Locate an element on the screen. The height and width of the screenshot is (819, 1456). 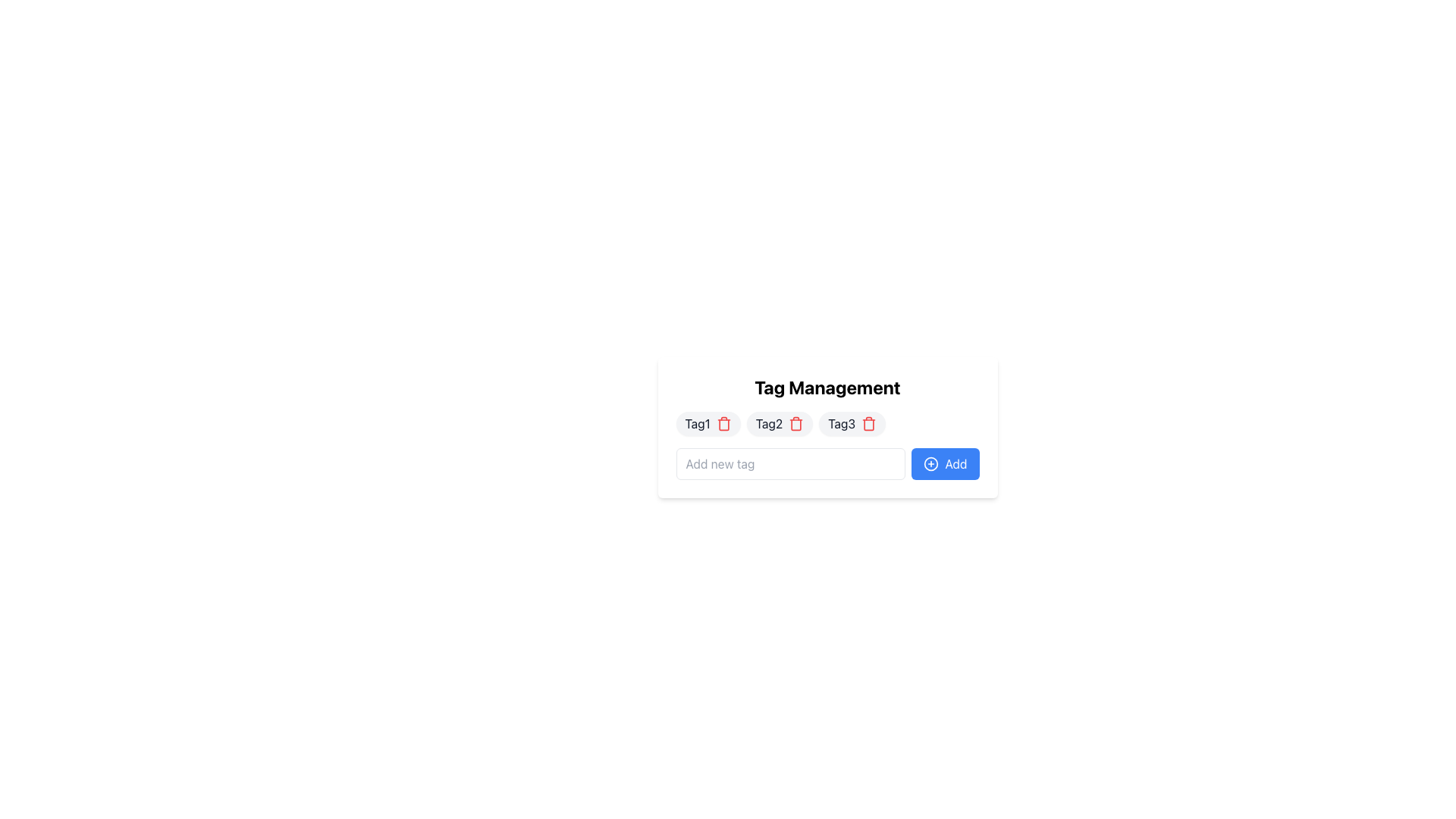
the center of the blue circular part of the plus icon located within the 'Add' button at the bottom-right corner of the panel is located at coordinates (930, 463).